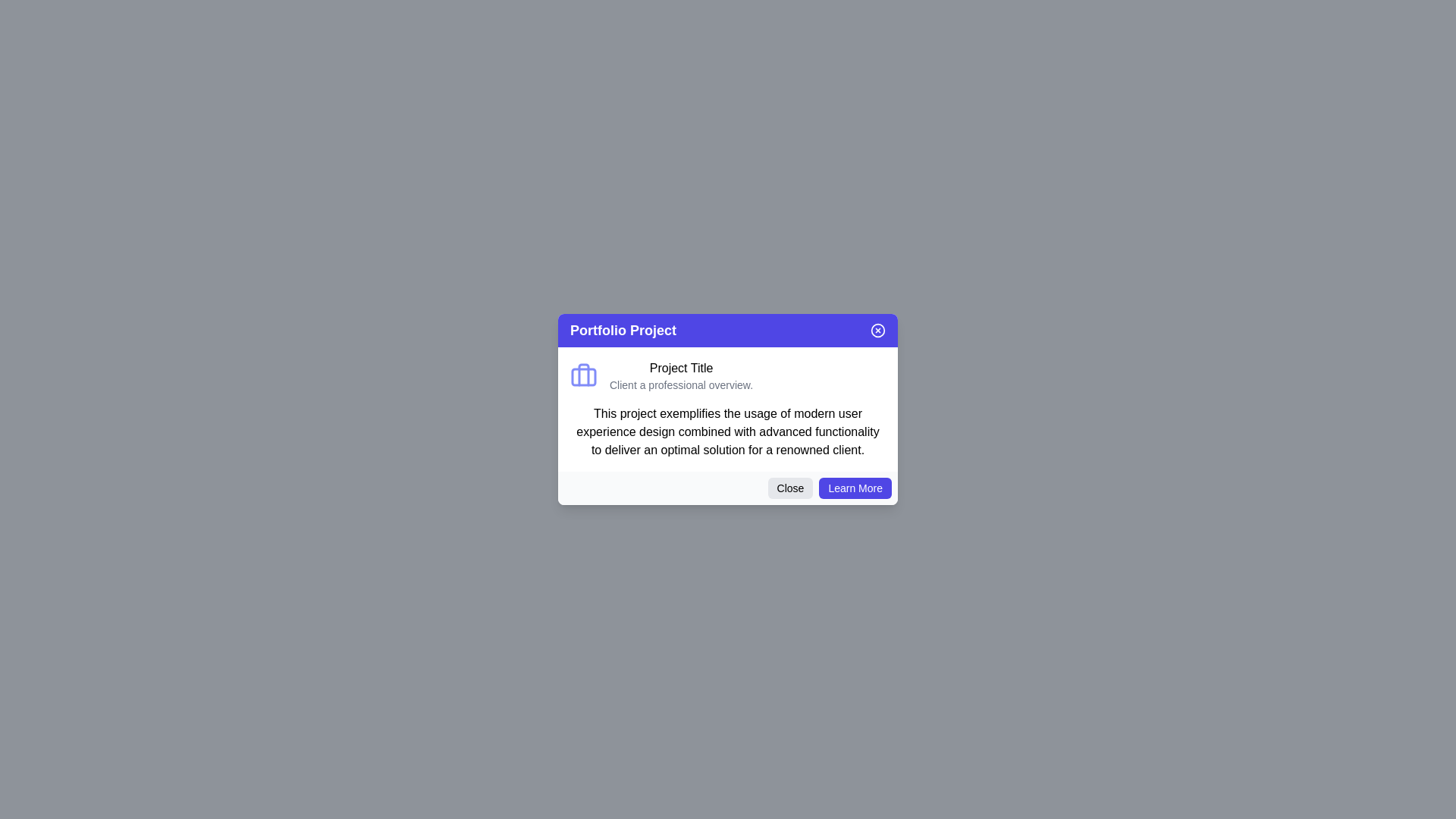 The image size is (1456, 819). What do you see at coordinates (877, 329) in the screenshot?
I see `the circular close button located in the top-right corner of the modal dialog, which features a decorative graphical 'X' icon` at bounding box center [877, 329].